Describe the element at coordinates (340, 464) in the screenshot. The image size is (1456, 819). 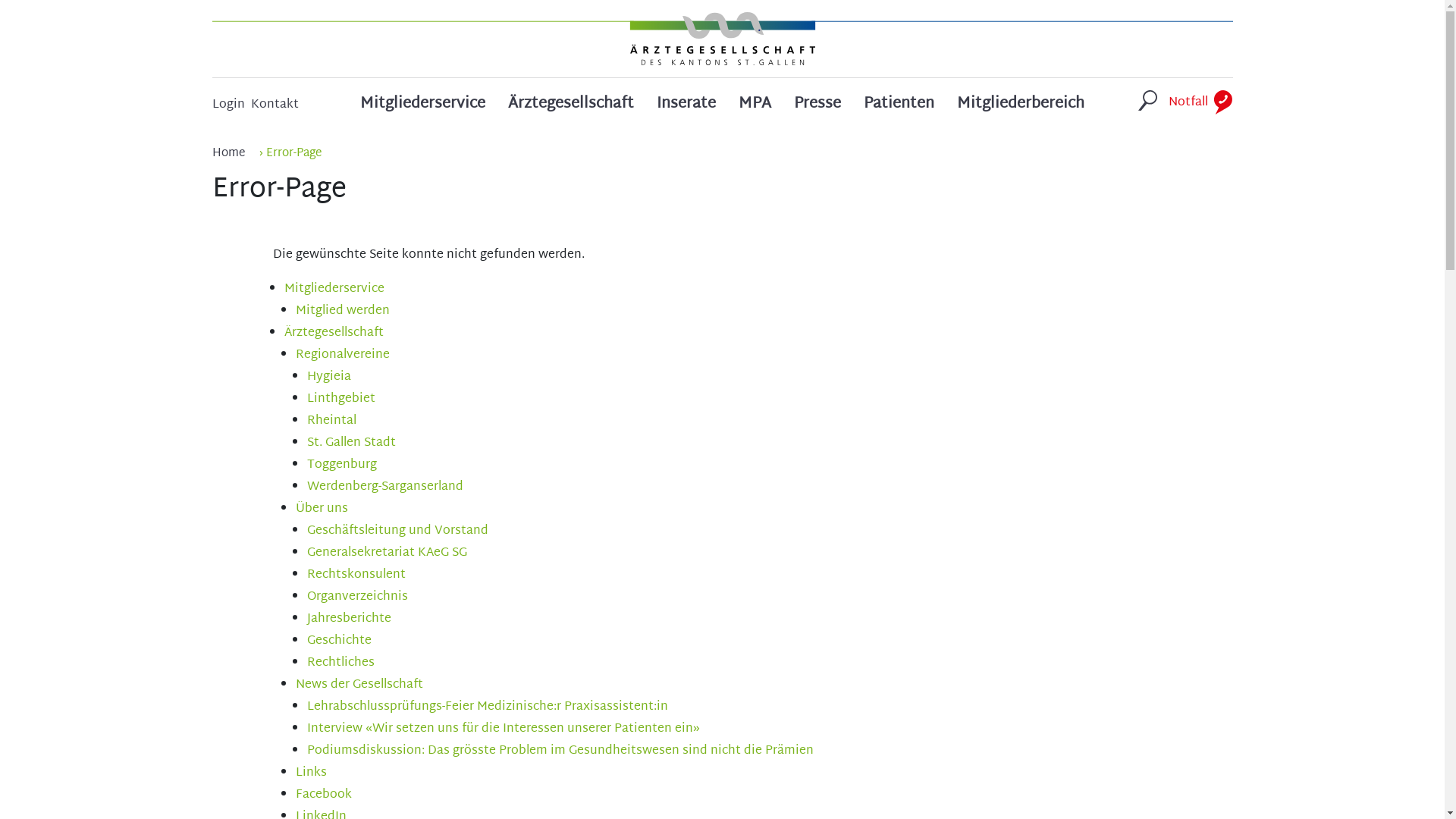
I see `'Toggenburg'` at that location.